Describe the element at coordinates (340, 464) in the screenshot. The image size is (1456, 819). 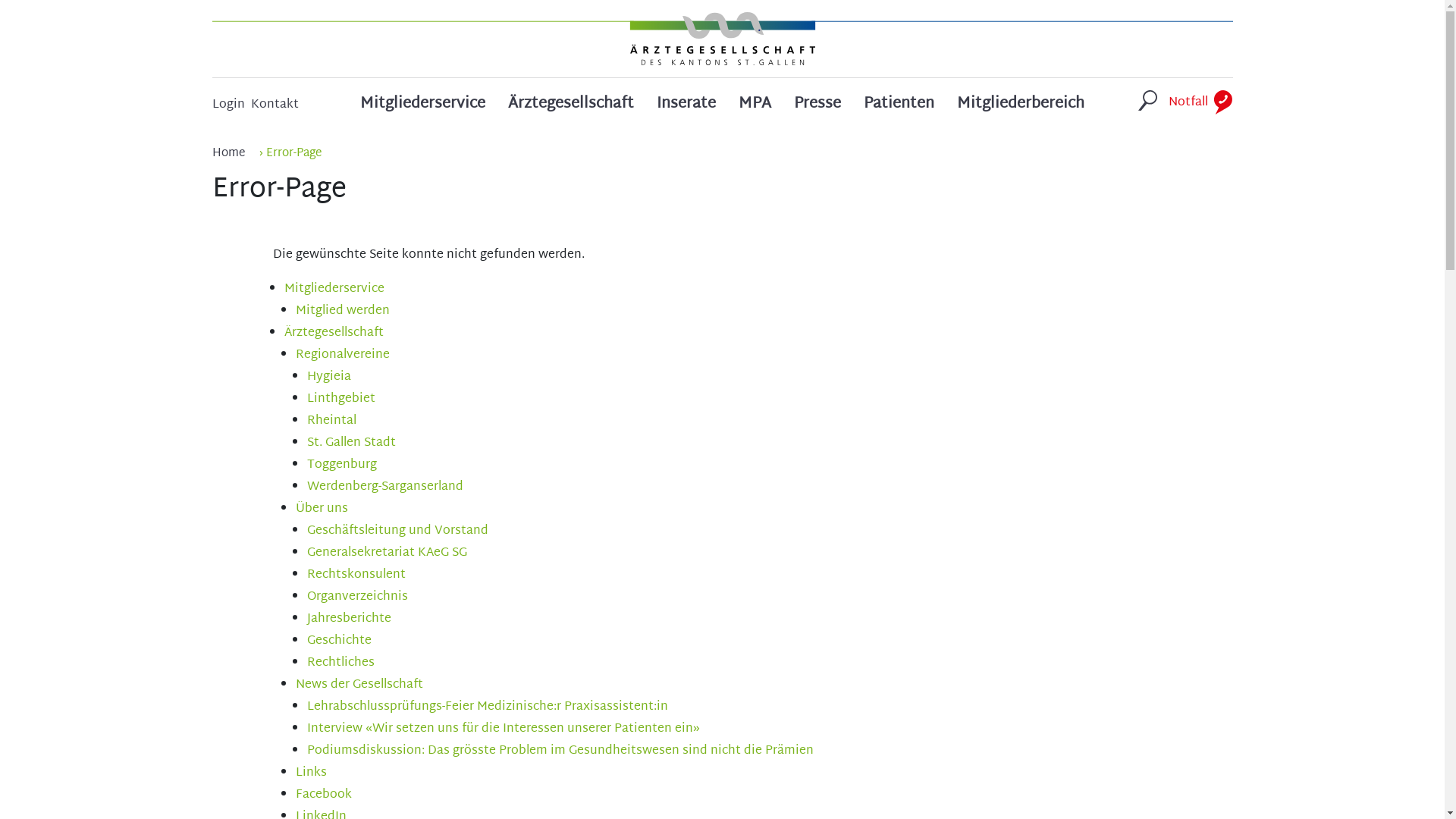
I see `'Toggenburg'` at that location.